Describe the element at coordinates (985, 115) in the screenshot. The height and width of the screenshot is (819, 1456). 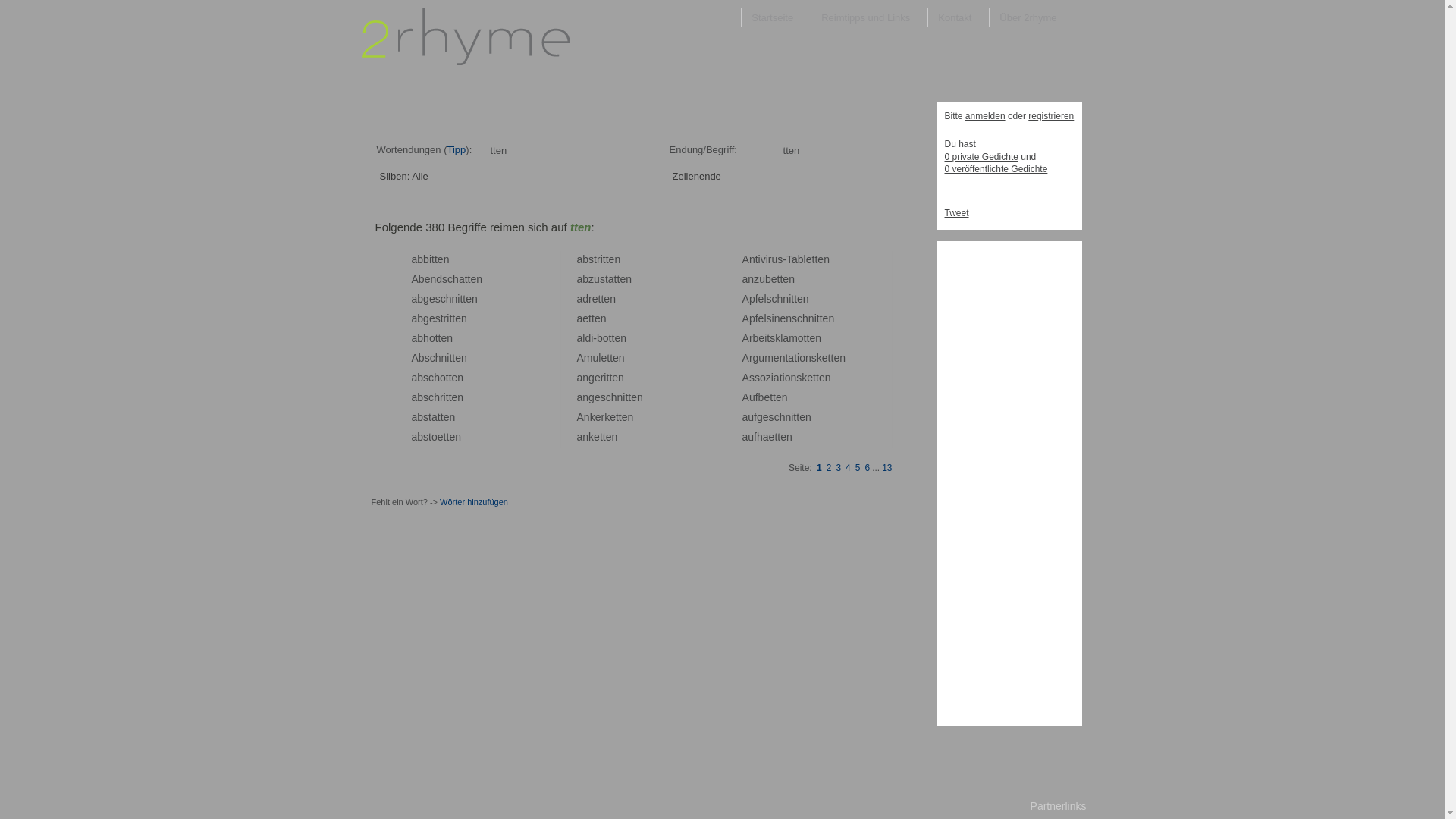
I see `'anmelden'` at that location.